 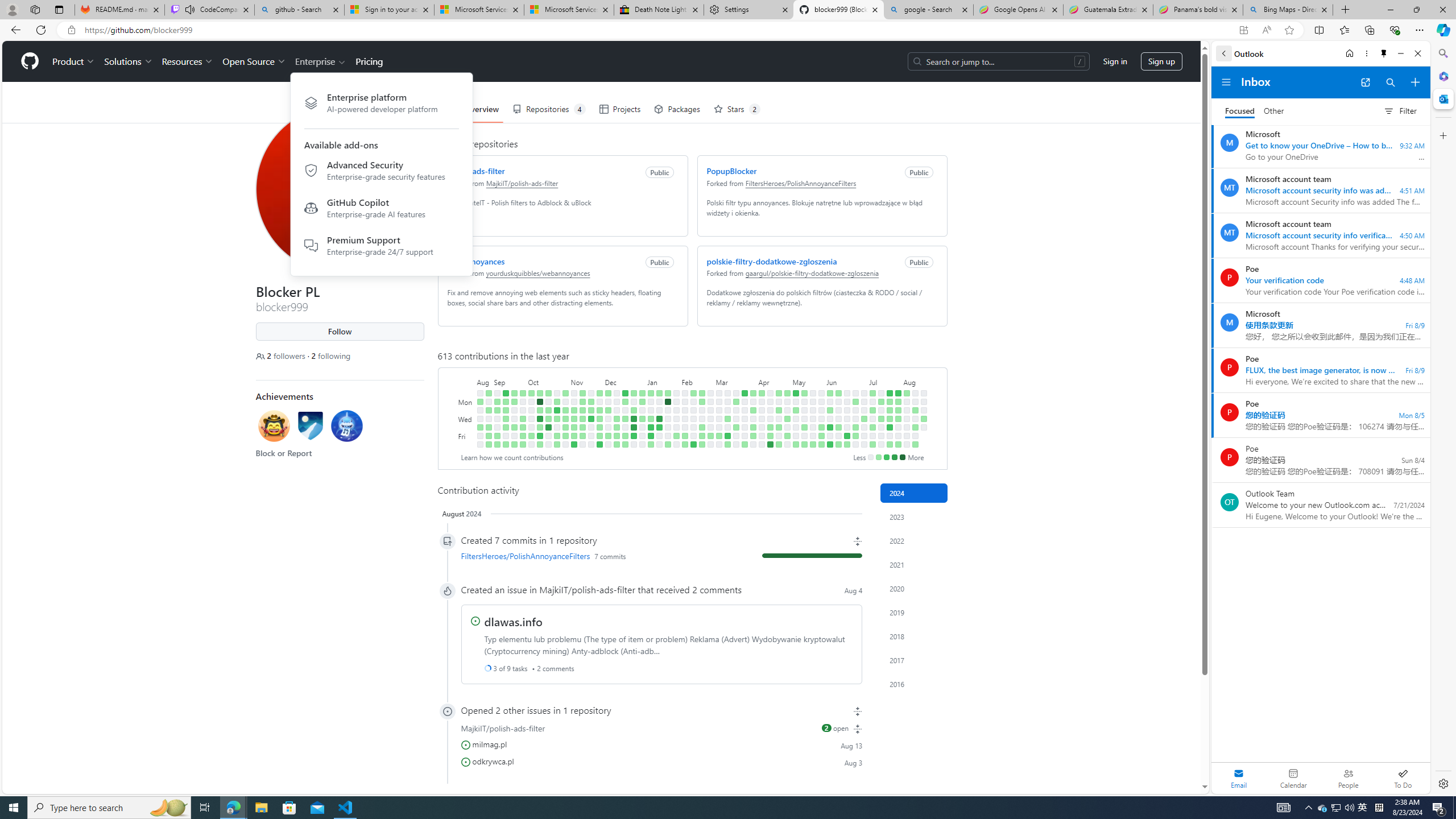 What do you see at coordinates (855, 409) in the screenshot?
I see `'No contributions on June 25th.'` at bounding box center [855, 409].